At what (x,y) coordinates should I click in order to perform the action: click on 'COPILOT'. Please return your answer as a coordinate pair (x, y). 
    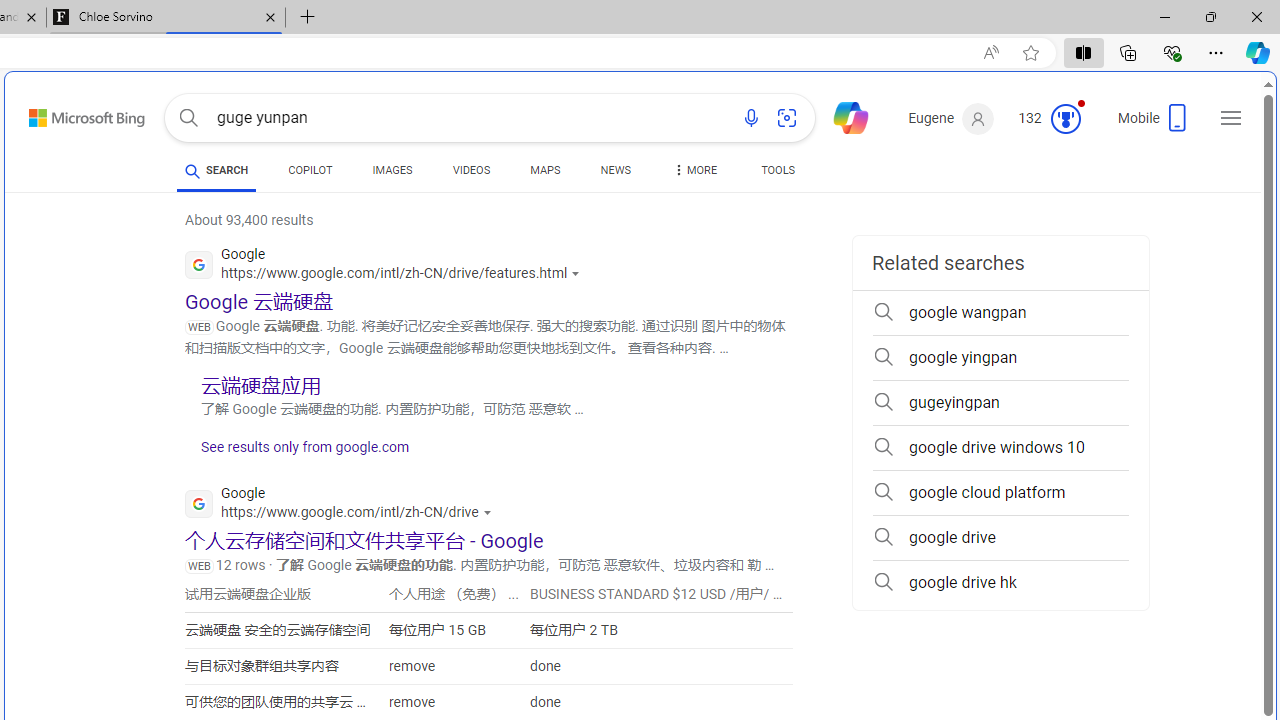
    Looking at the image, I should click on (309, 172).